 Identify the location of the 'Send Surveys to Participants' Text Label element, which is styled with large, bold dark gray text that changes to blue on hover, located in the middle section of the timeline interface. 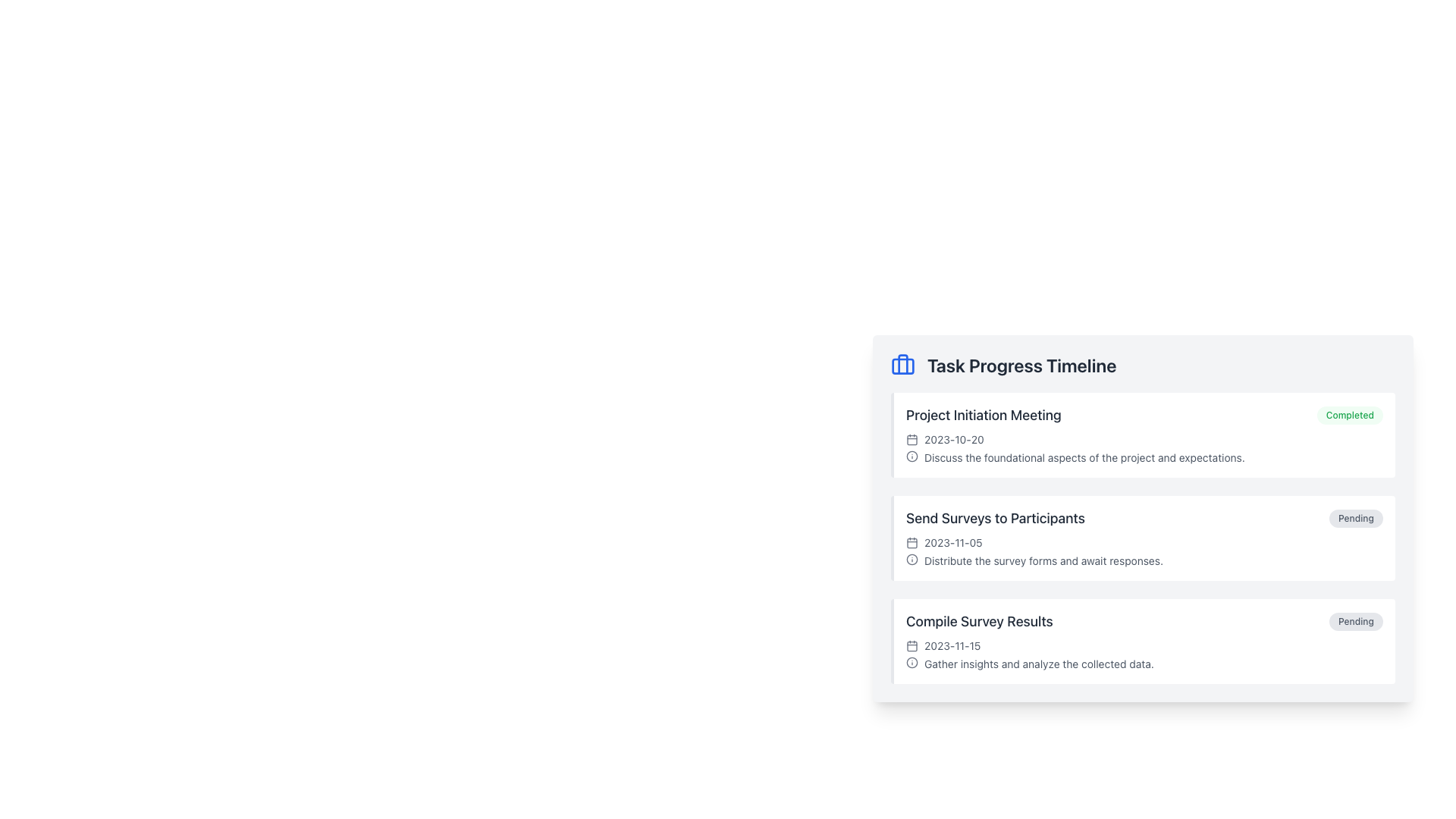
(995, 517).